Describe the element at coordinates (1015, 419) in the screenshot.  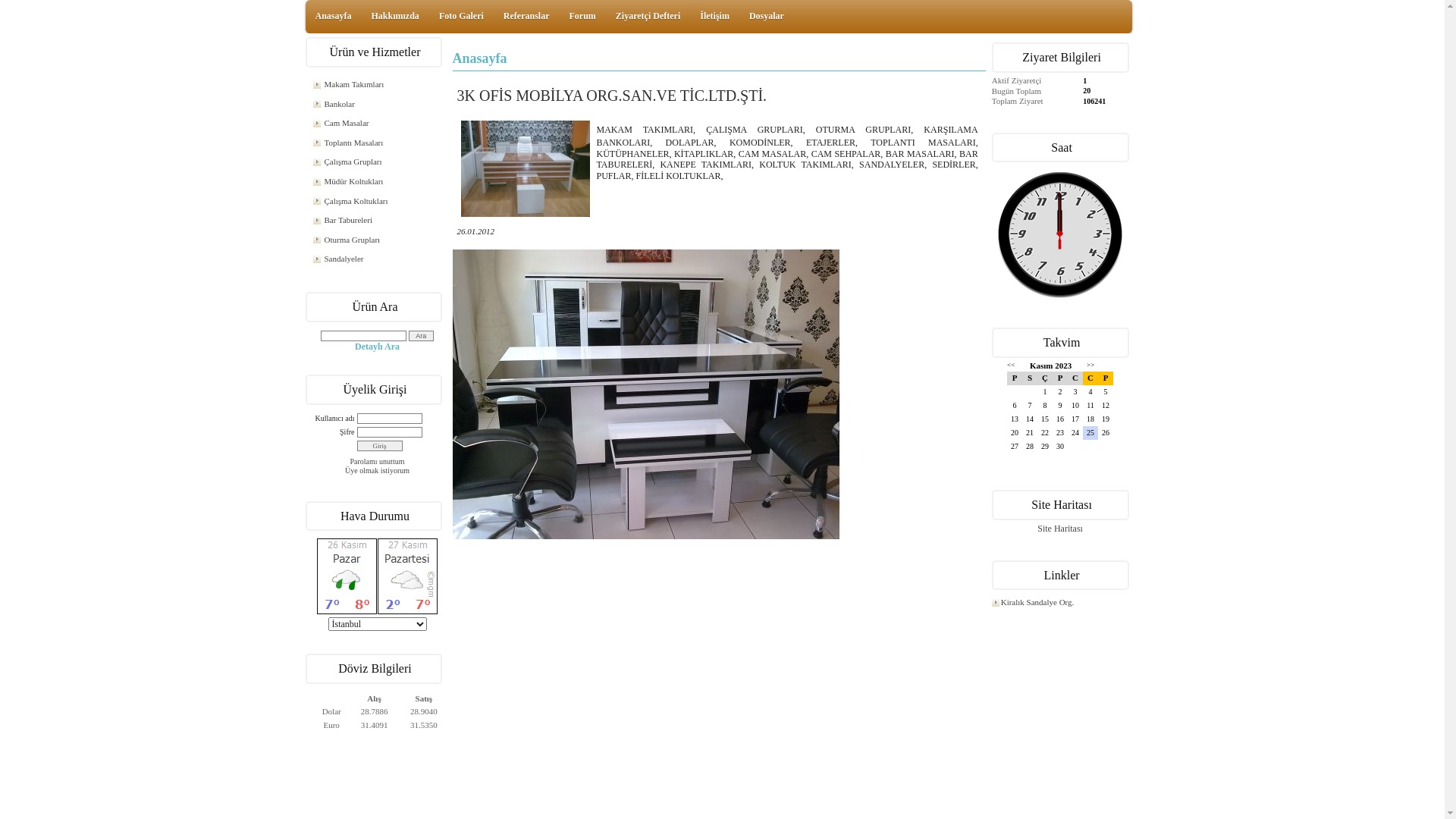
I see `'13'` at that location.